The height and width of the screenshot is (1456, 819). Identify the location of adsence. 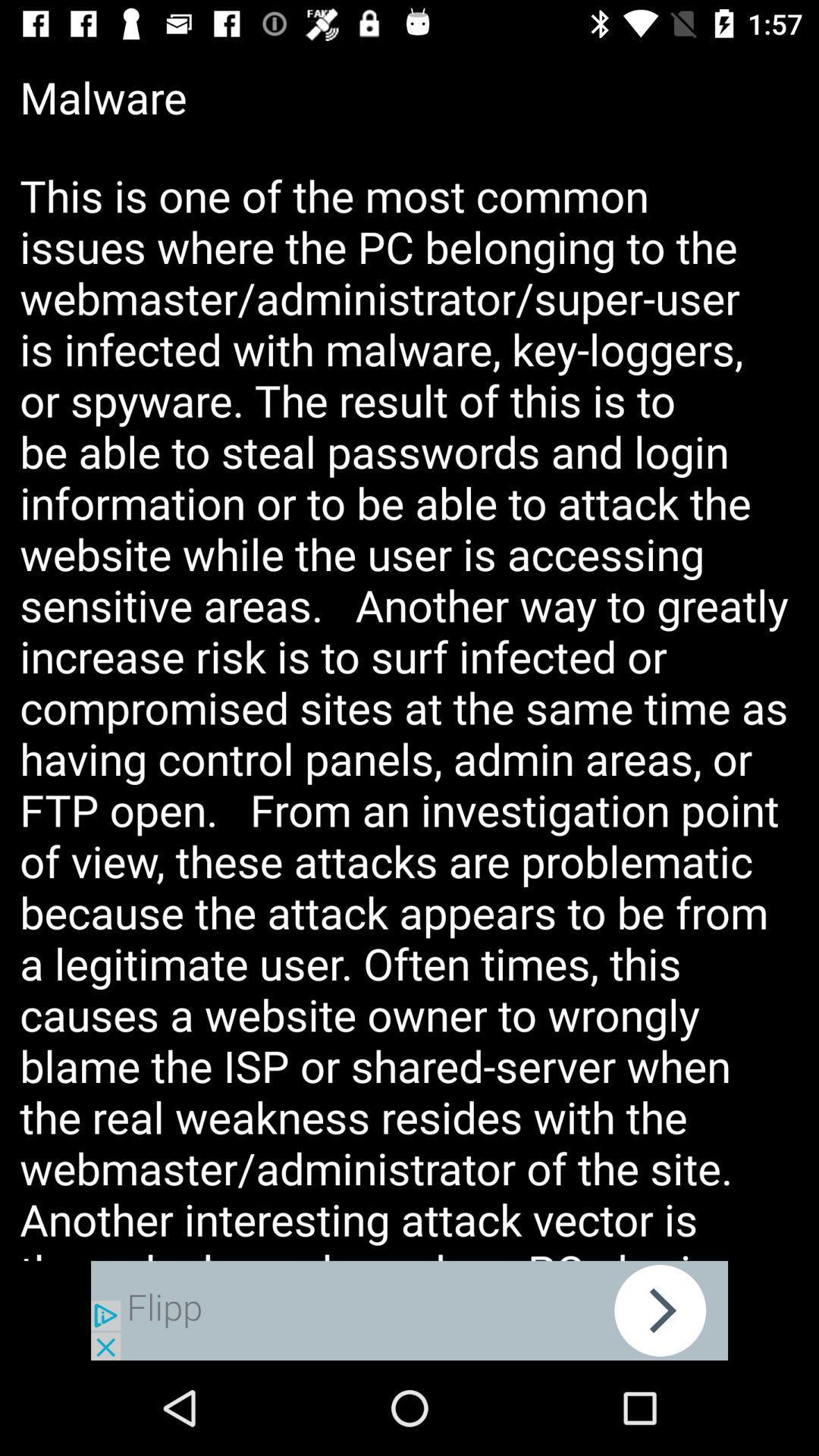
(409, 1310).